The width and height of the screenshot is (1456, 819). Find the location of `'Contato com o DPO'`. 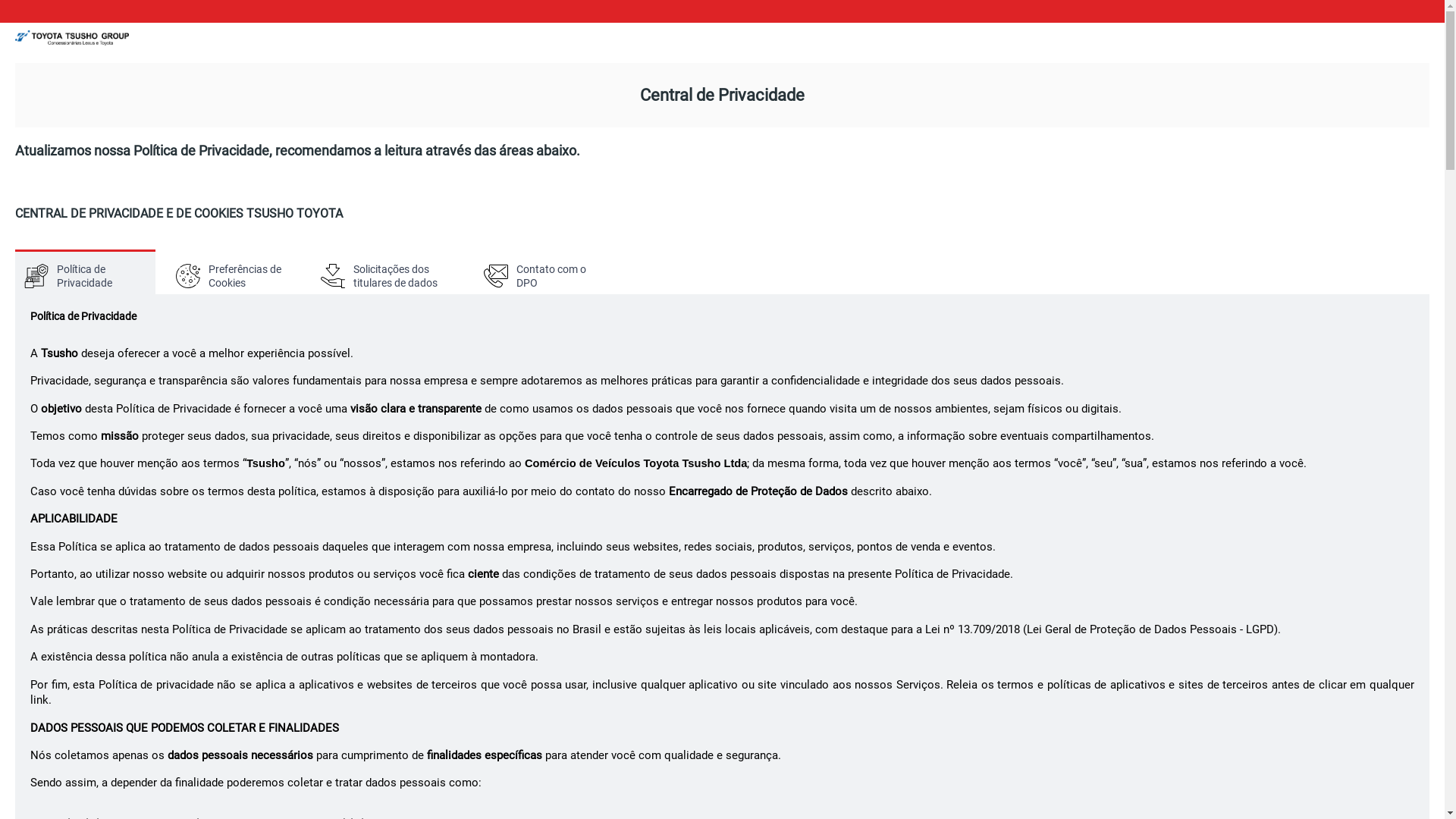

'Contato com o DPO' is located at coordinates (544, 271).